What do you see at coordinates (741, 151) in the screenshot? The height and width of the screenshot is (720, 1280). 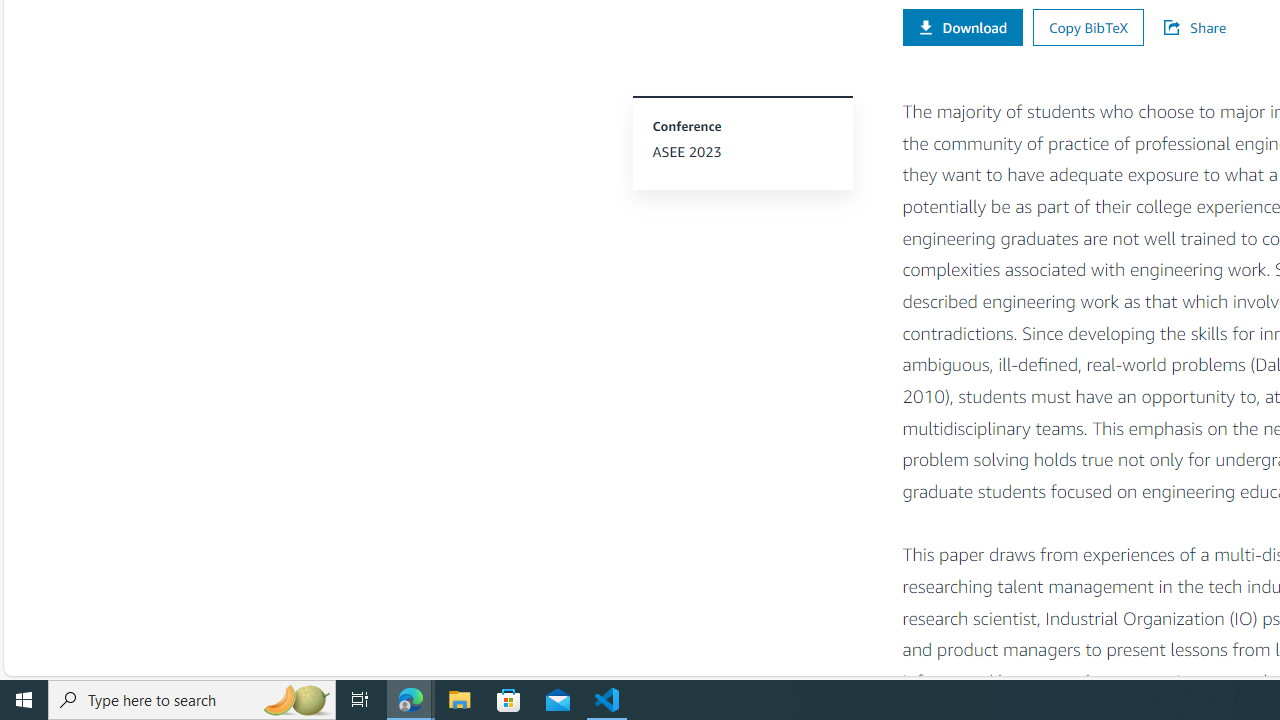 I see `'ASEE 2023'` at bounding box center [741, 151].